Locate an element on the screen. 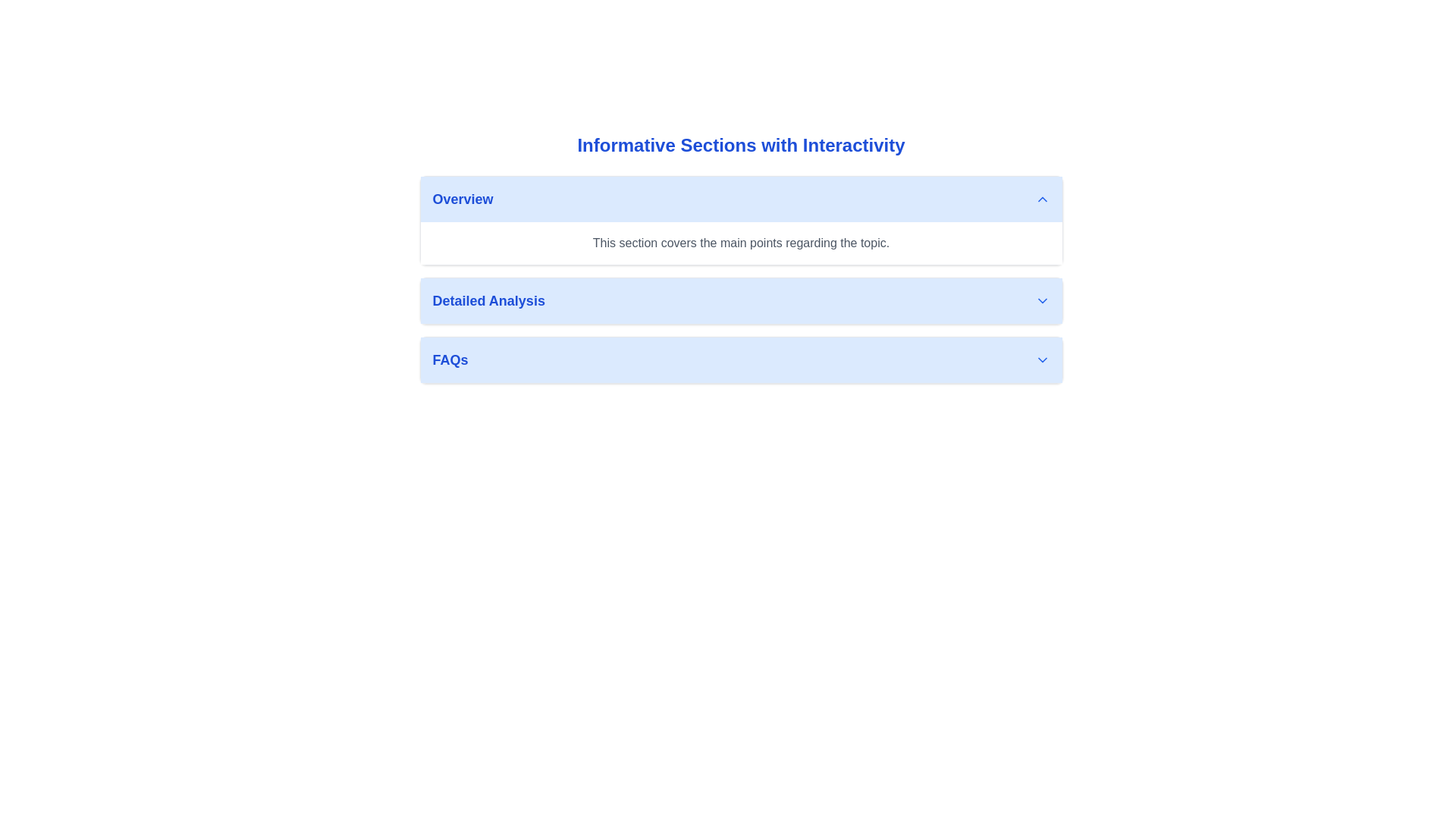 The height and width of the screenshot is (819, 1456). the explanatory Text Label located in the central column under the 'Overview' collapsible section is located at coordinates (741, 242).